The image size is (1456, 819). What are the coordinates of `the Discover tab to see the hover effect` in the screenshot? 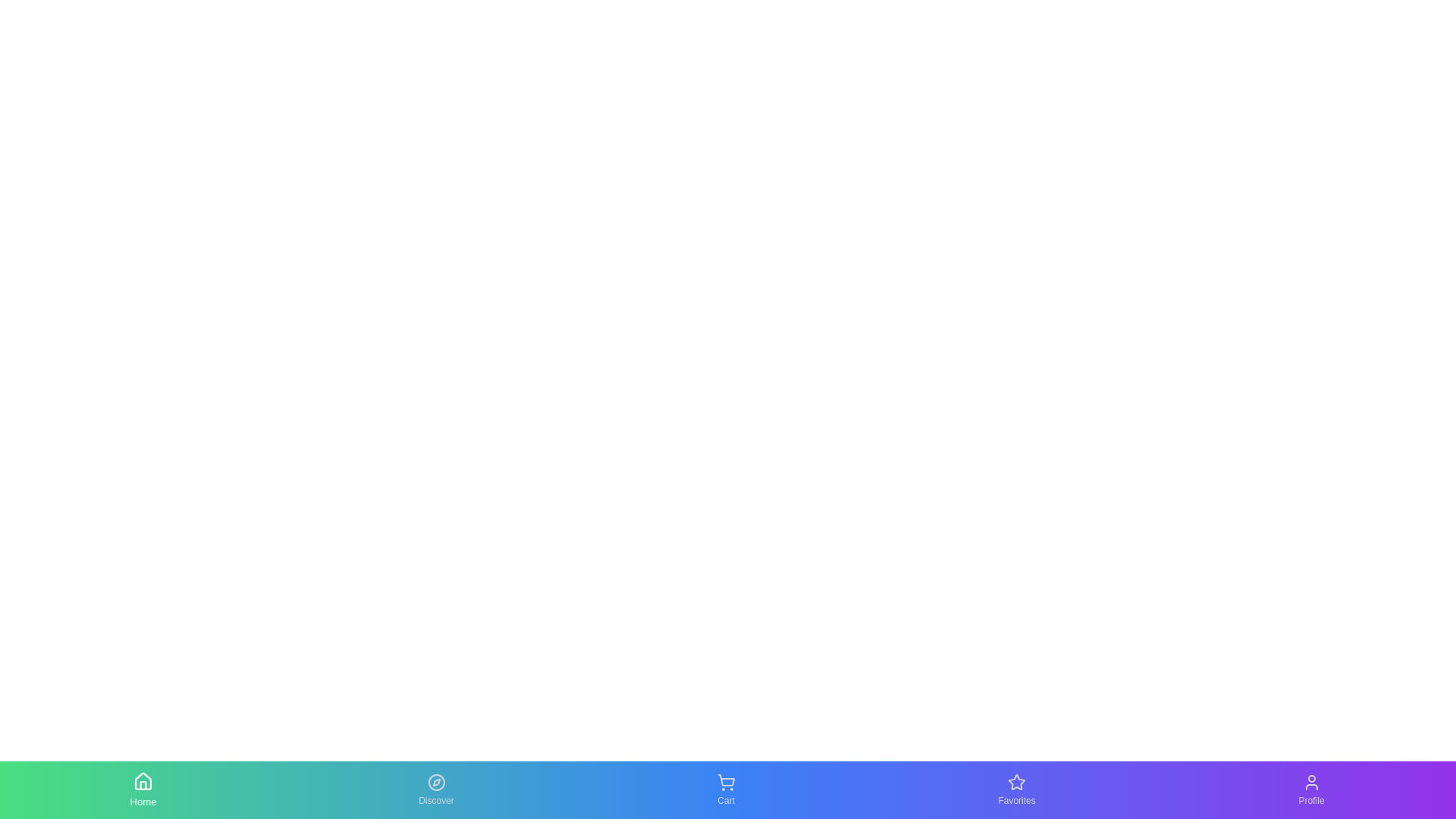 It's located at (435, 789).